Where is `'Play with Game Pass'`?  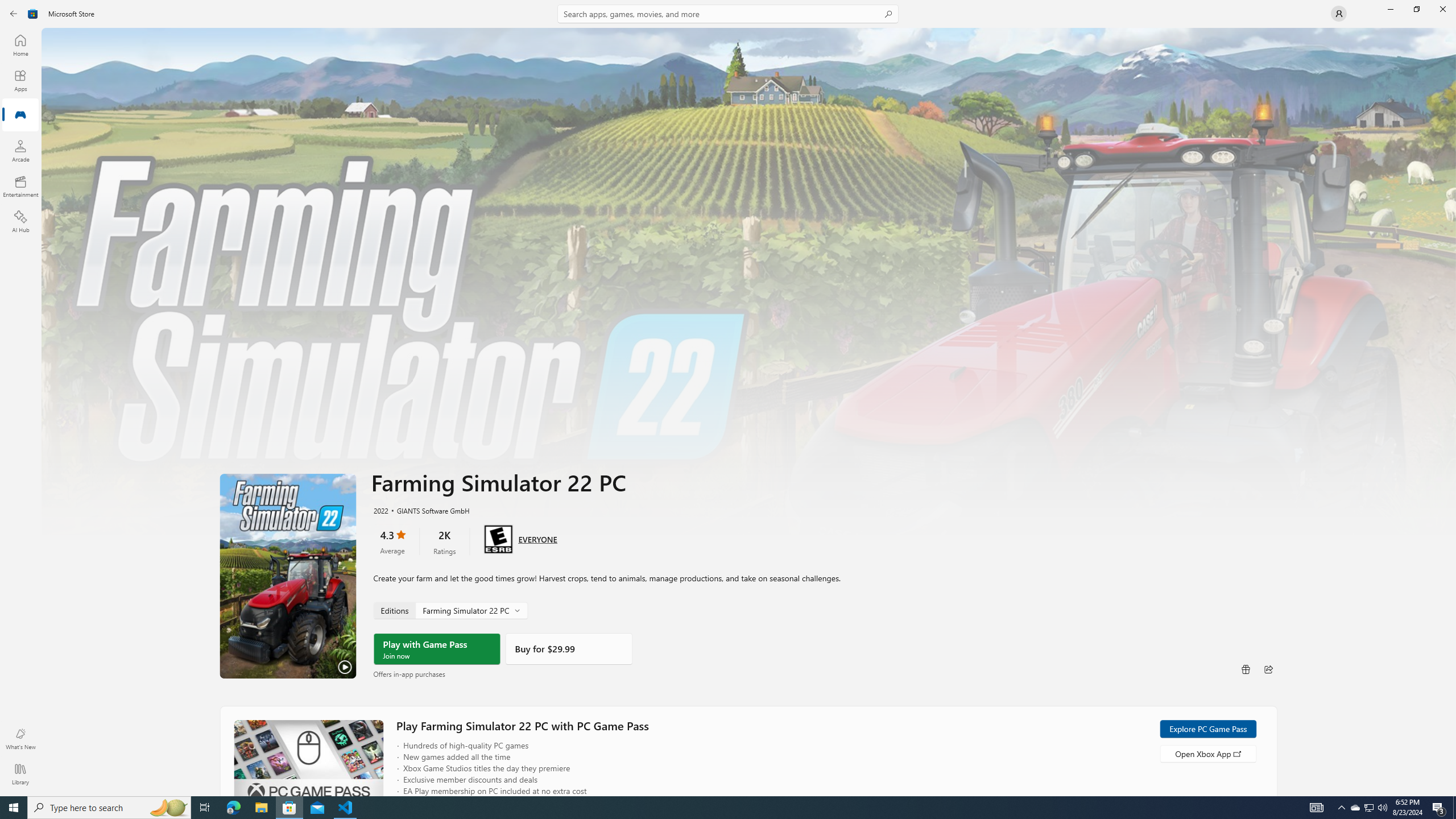 'Play with Game Pass' is located at coordinates (436, 649).